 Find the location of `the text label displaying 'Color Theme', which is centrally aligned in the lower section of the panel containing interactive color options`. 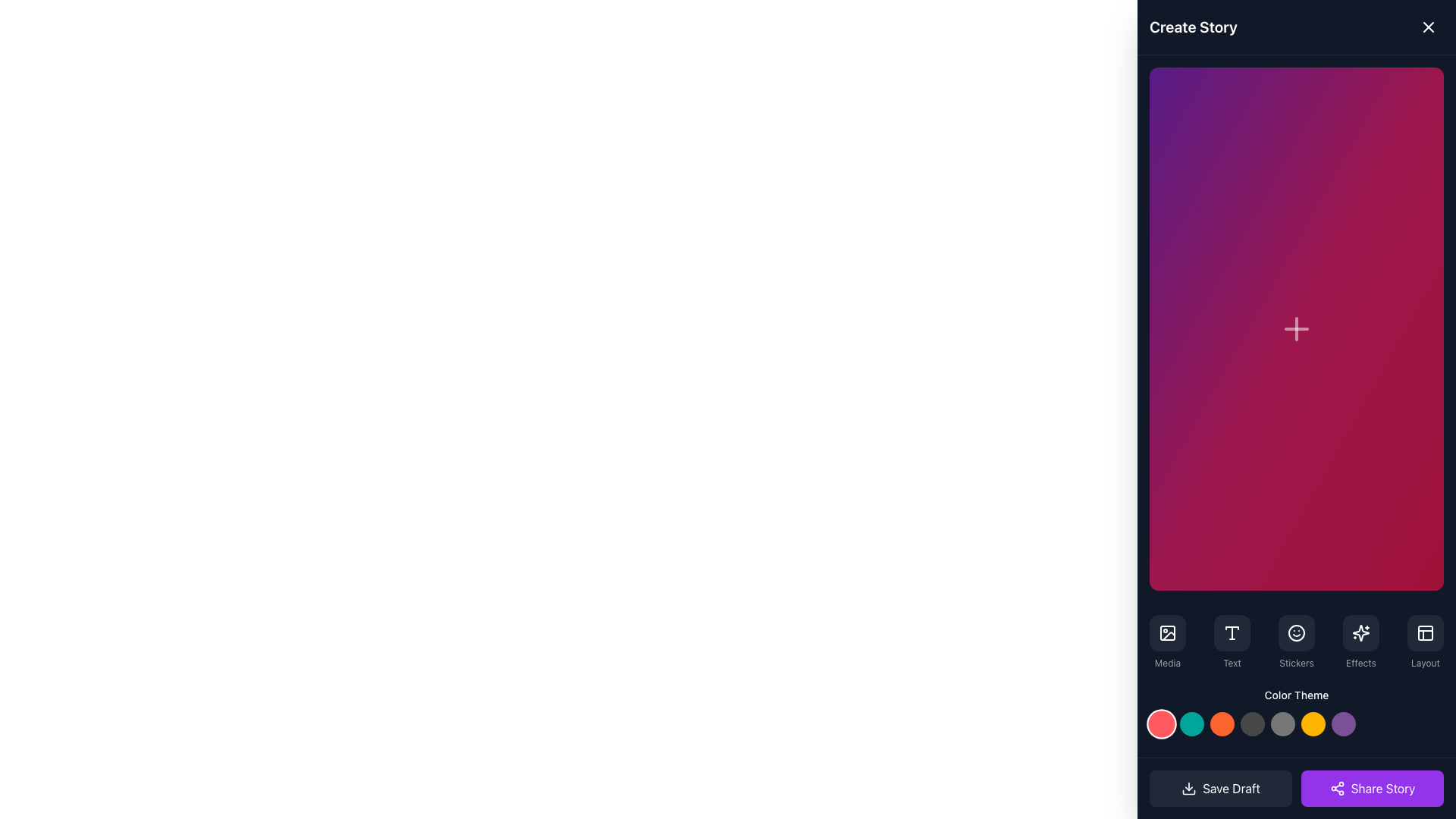

the text label displaying 'Color Theme', which is centrally aligned in the lower section of the panel containing interactive color options is located at coordinates (1295, 694).